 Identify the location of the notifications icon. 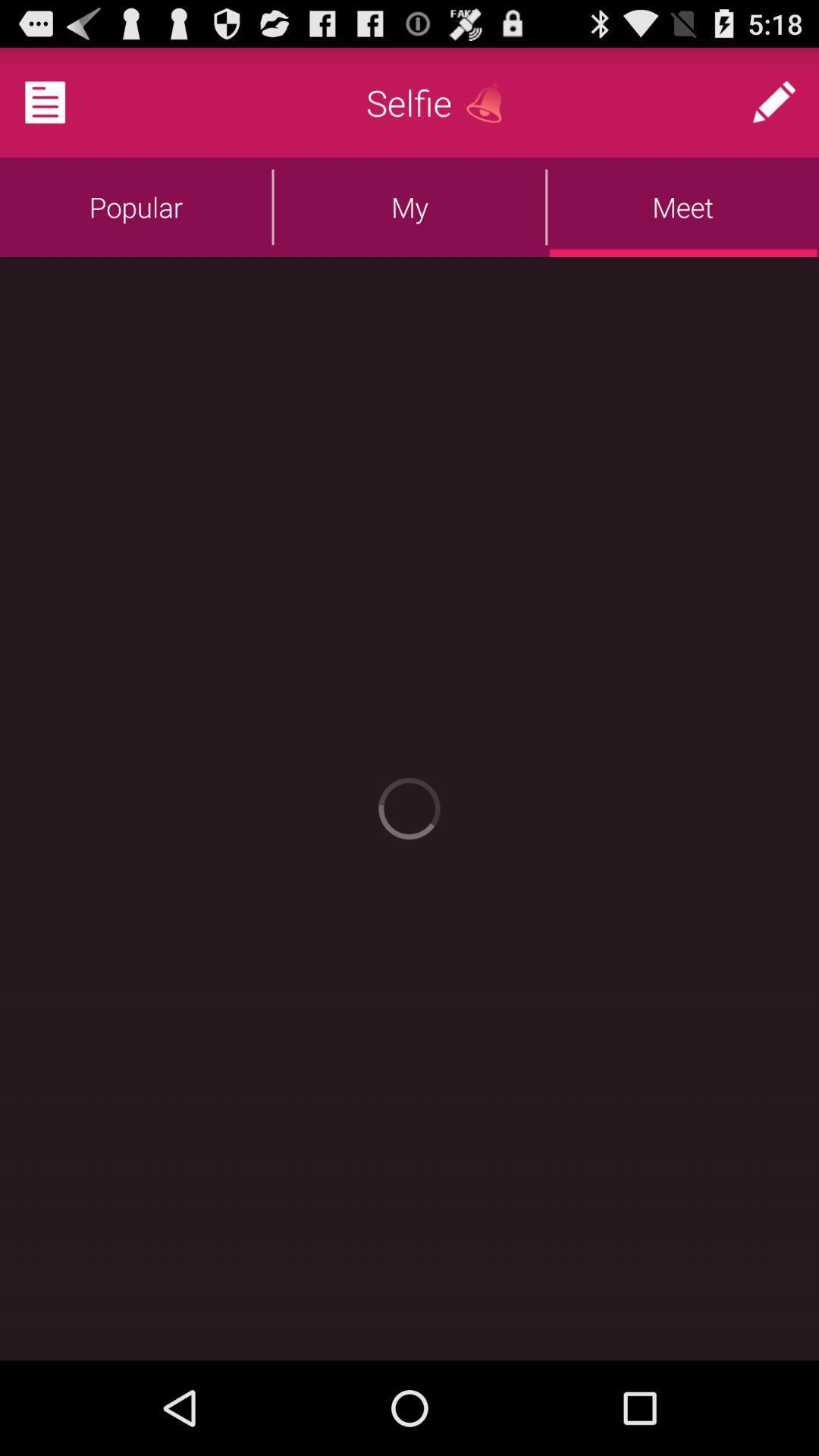
(490, 108).